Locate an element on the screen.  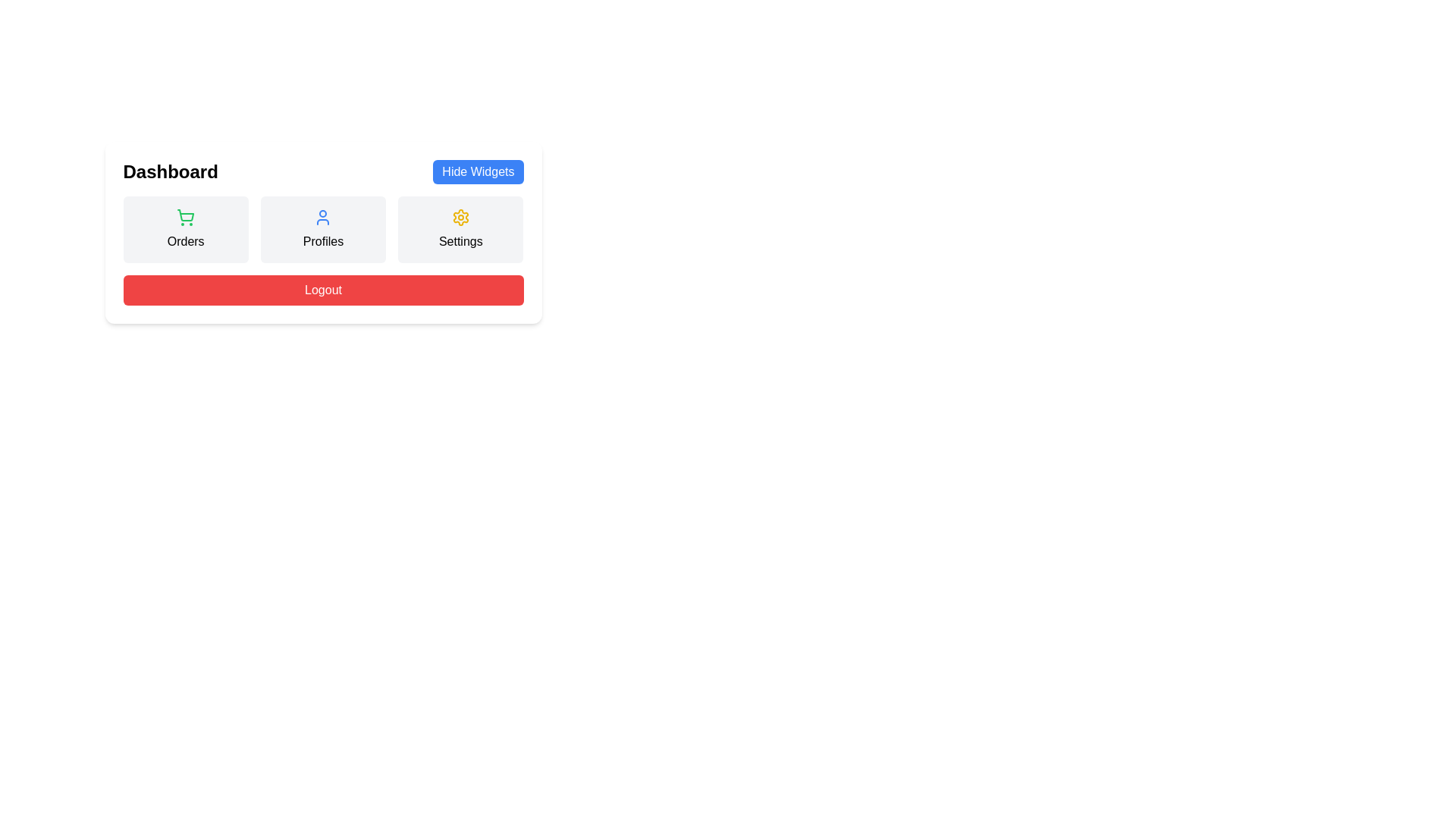
the 'Orders' text label, which is located below the shopping cart icon in the Dashboard section is located at coordinates (185, 241).